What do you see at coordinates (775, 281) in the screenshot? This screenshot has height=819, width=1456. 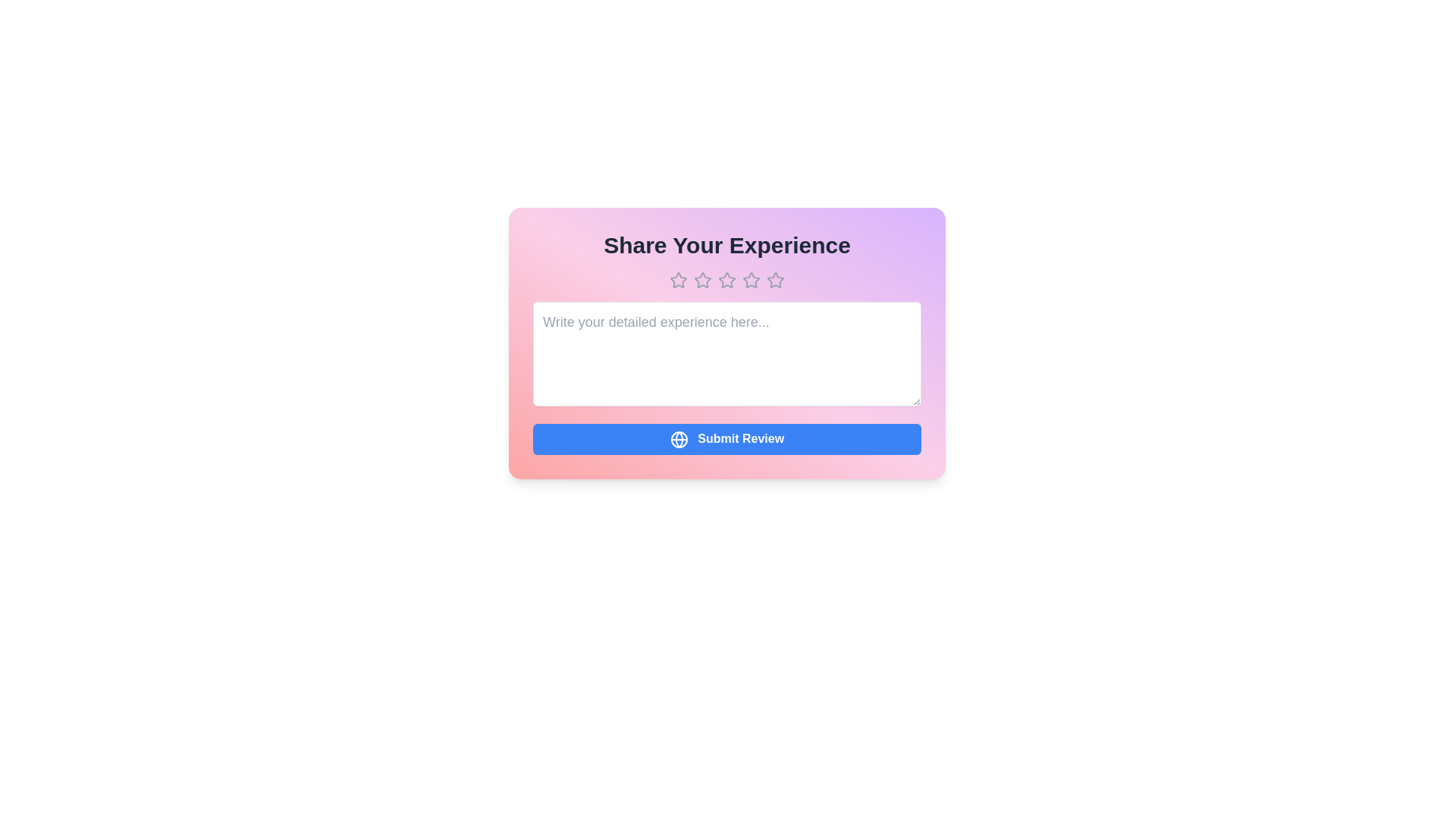 I see `the star corresponding to 5 stars to preview the rating` at bounding box center [775, 281].